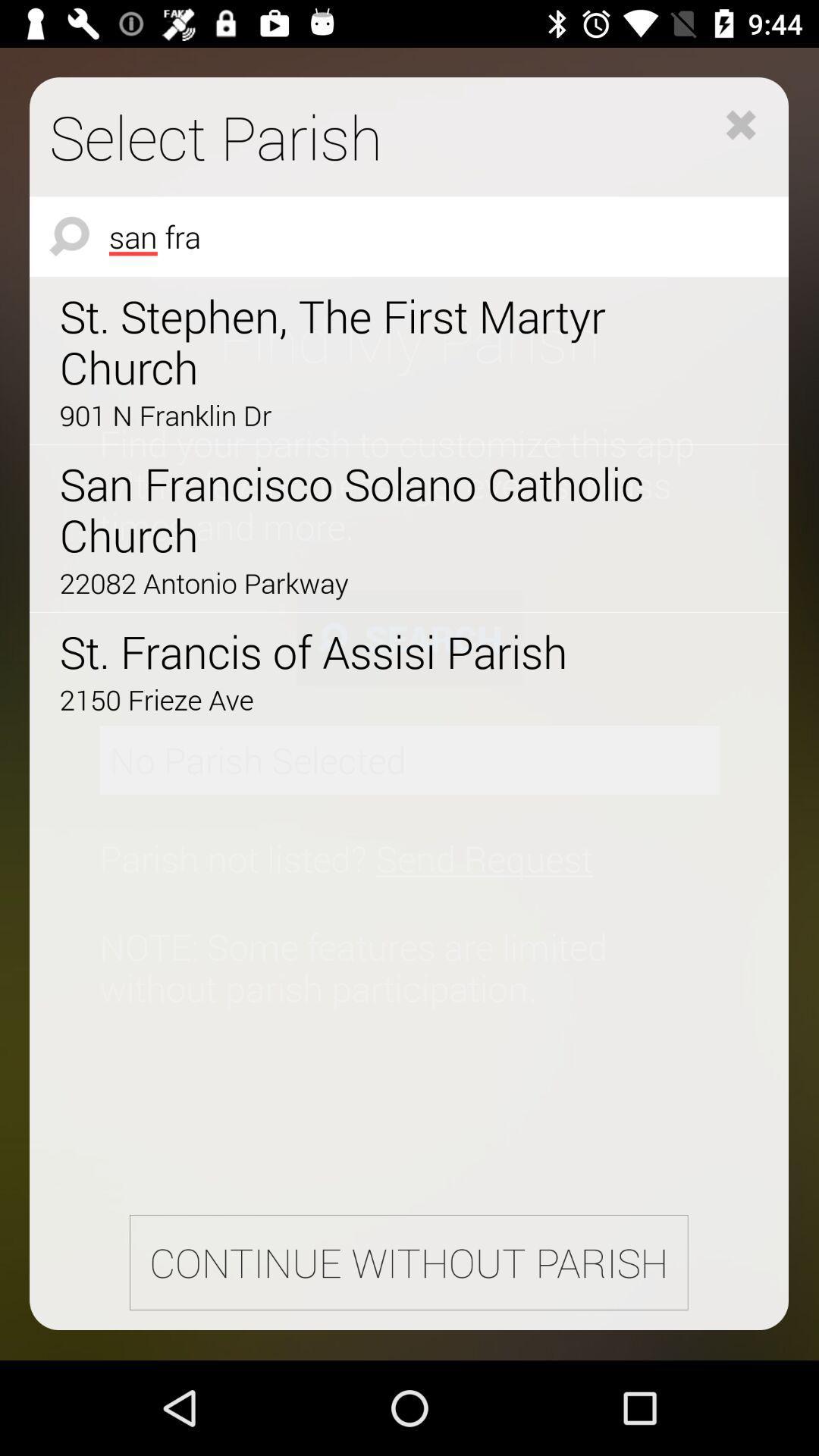  Describe the element at coordinates (366, 582) in the screenshot. I see `the item above st francis of icon` at that location.